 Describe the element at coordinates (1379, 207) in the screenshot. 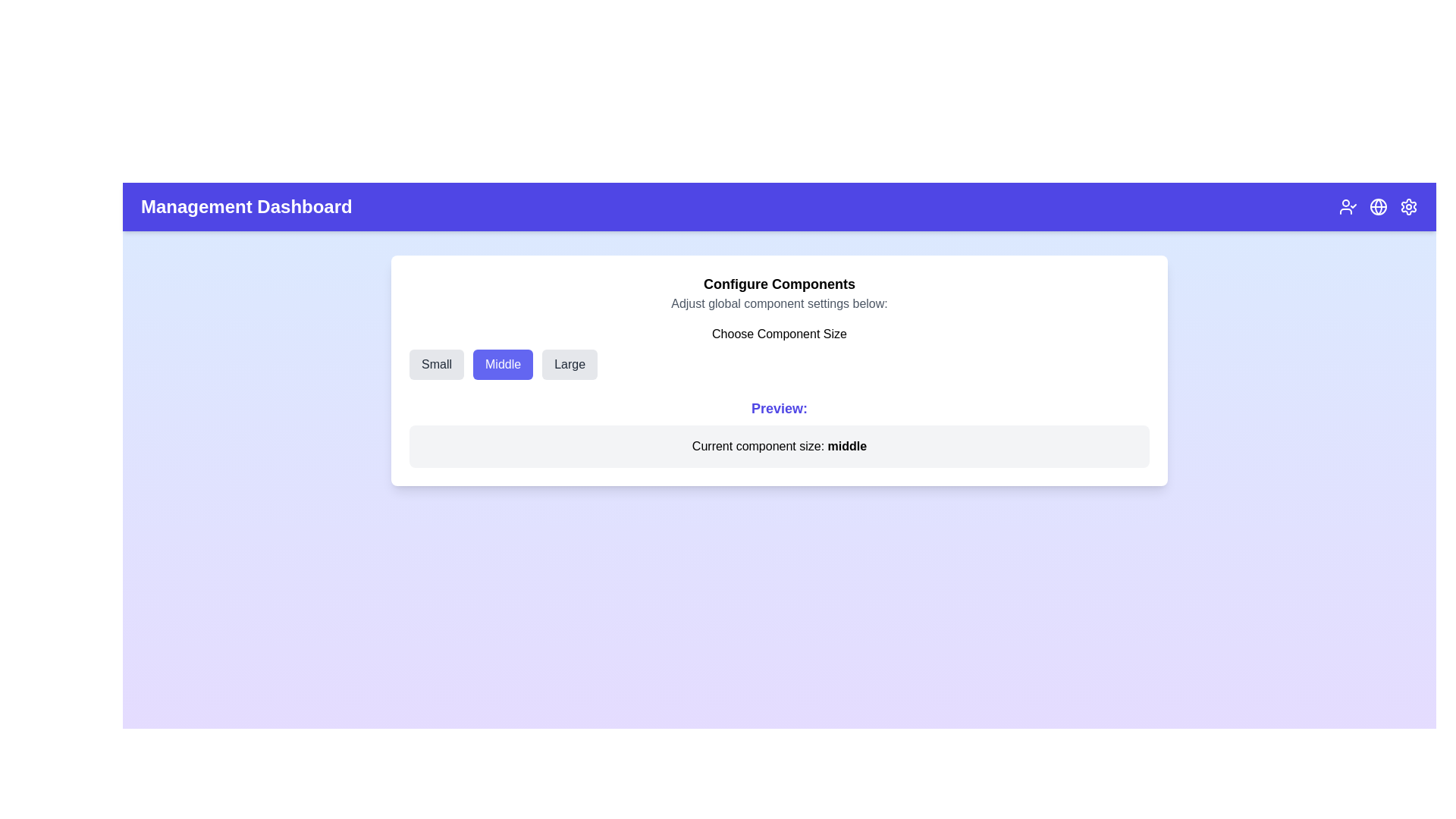

I see `the circular globe icon in the top-right corner of the header bar, which represents global settings or language options` at that location.